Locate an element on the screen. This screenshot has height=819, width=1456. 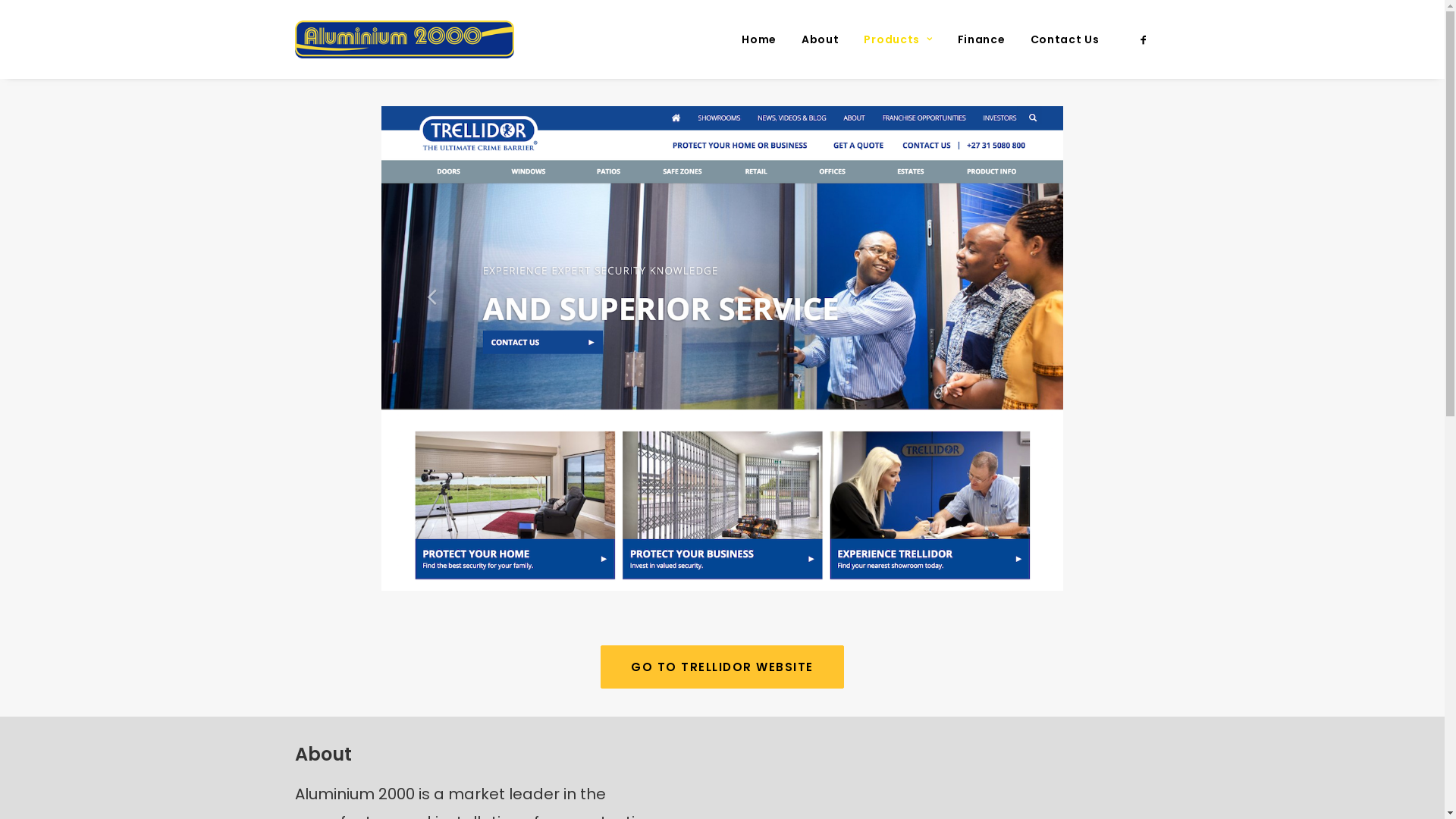
'Finance' is located at coordinates (946, 38).